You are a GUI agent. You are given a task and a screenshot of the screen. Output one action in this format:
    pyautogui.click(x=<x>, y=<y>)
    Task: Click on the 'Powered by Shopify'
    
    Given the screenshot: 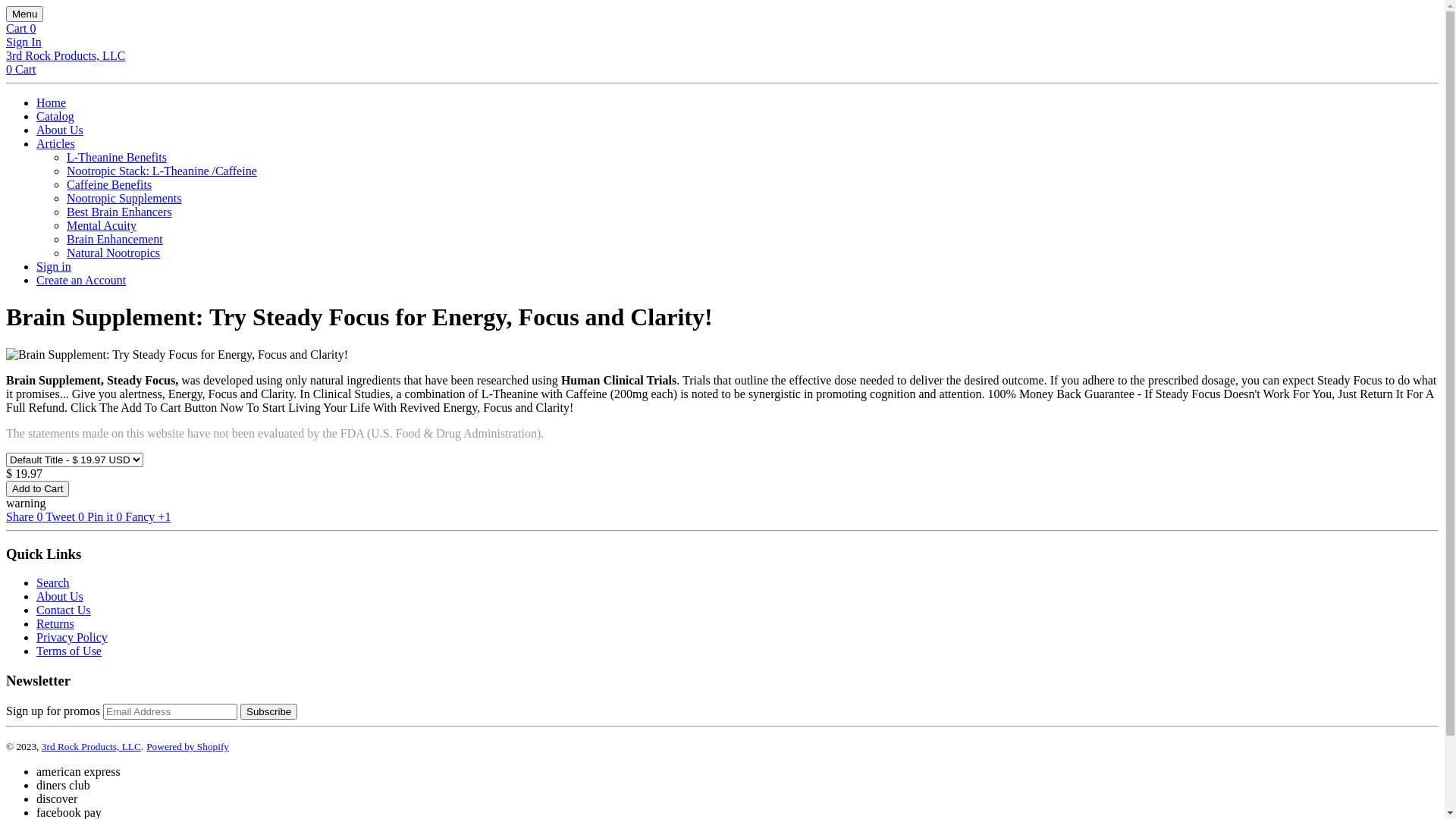 What is the action you would take?
    pyautogui.click(x=187, y=745)
    